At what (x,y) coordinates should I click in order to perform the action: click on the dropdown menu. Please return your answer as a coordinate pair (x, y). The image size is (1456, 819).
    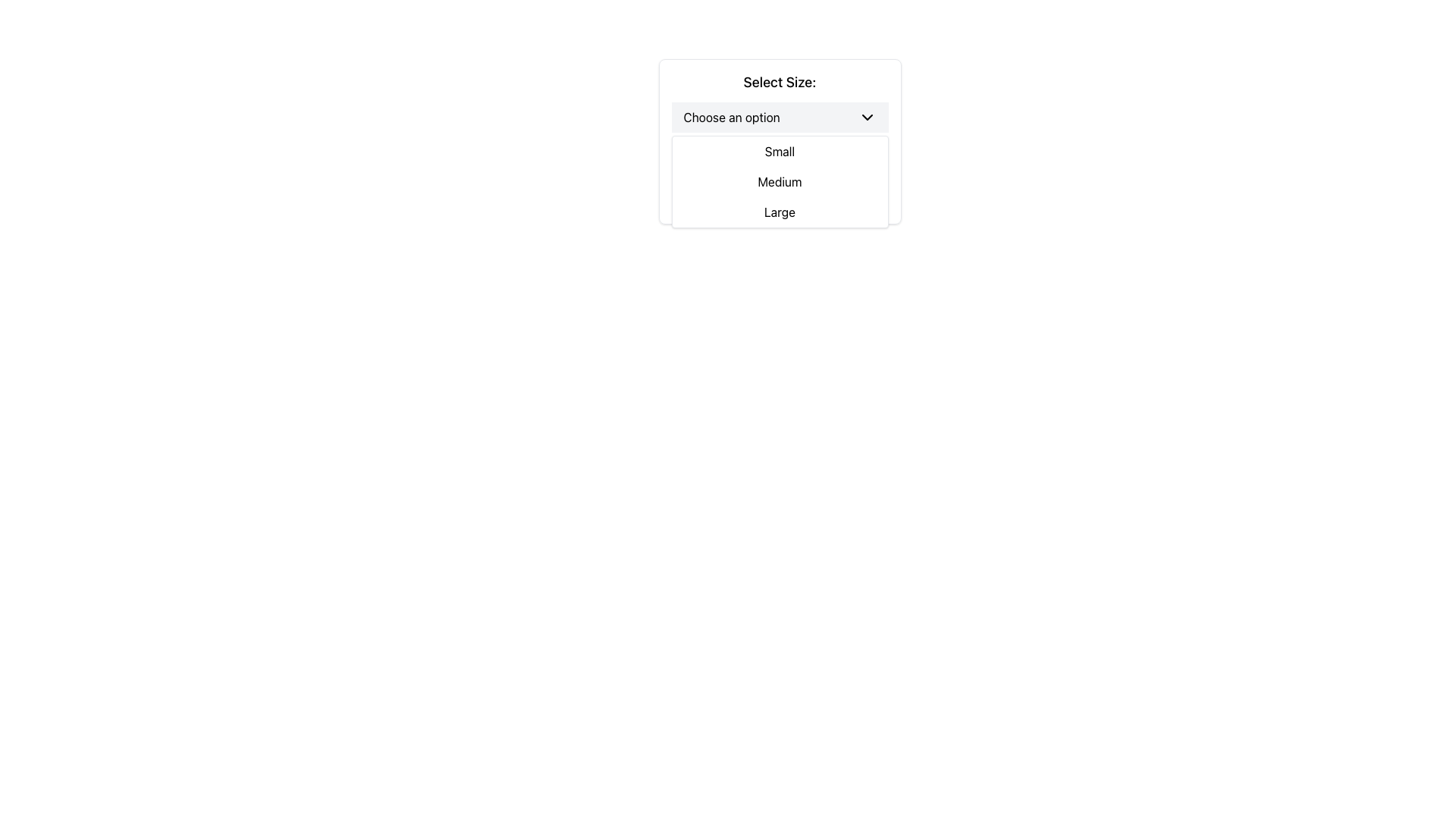
    Looking at the image, I should click on (780, 180).